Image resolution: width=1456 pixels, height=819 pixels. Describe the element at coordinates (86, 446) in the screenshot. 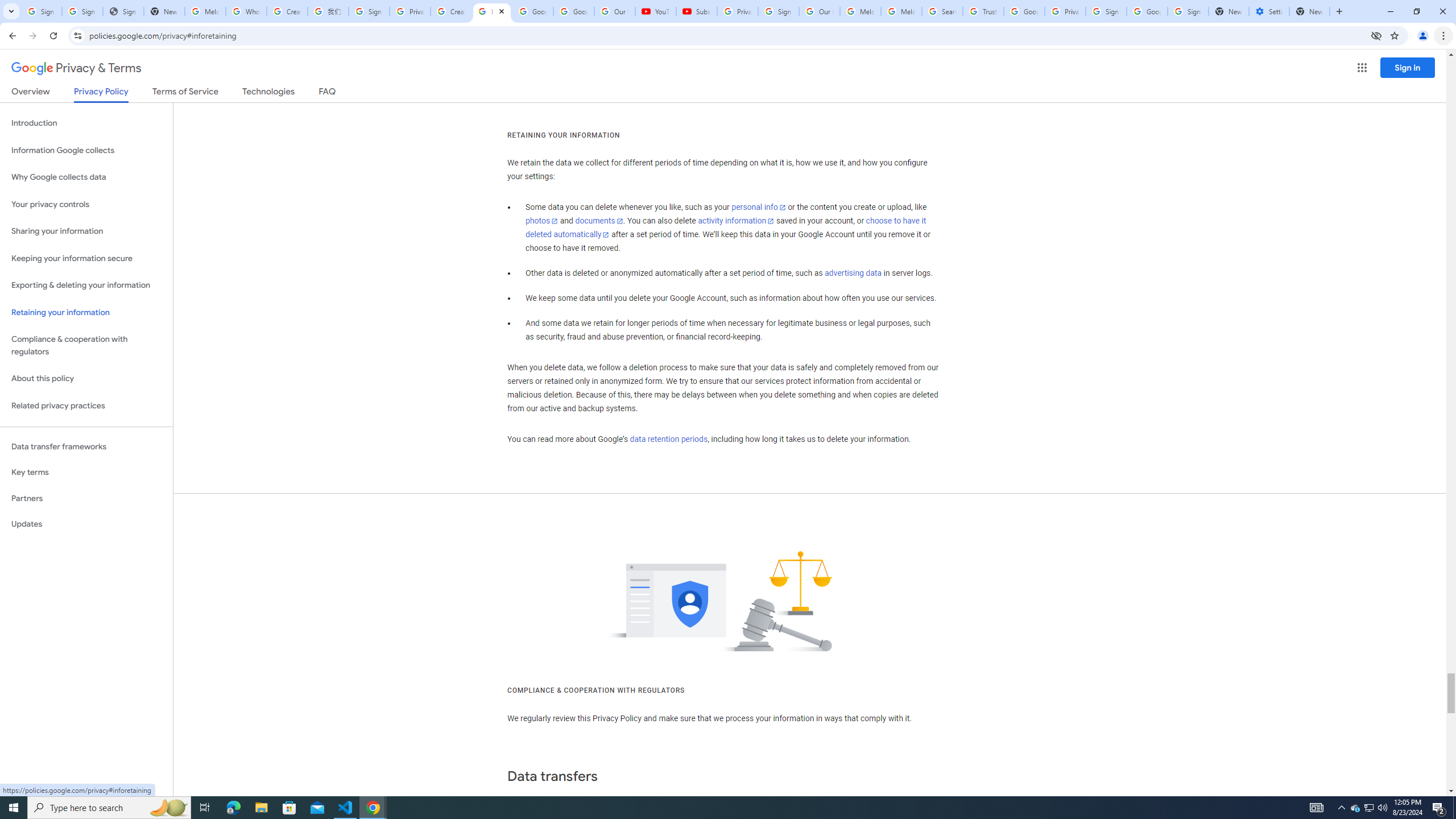

I see `'Data transfer frameworks'` at that location.